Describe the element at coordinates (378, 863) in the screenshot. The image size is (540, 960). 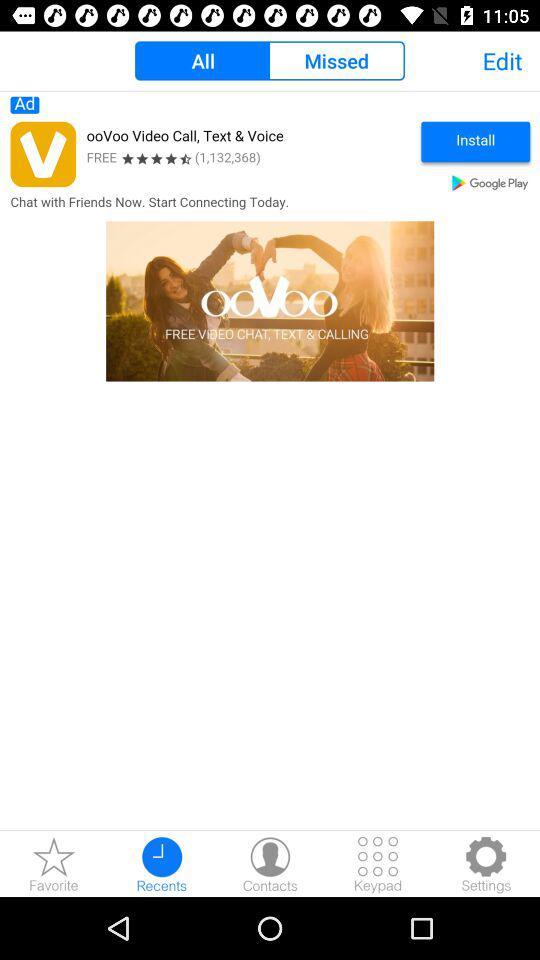
I see `open keypad` at that location.